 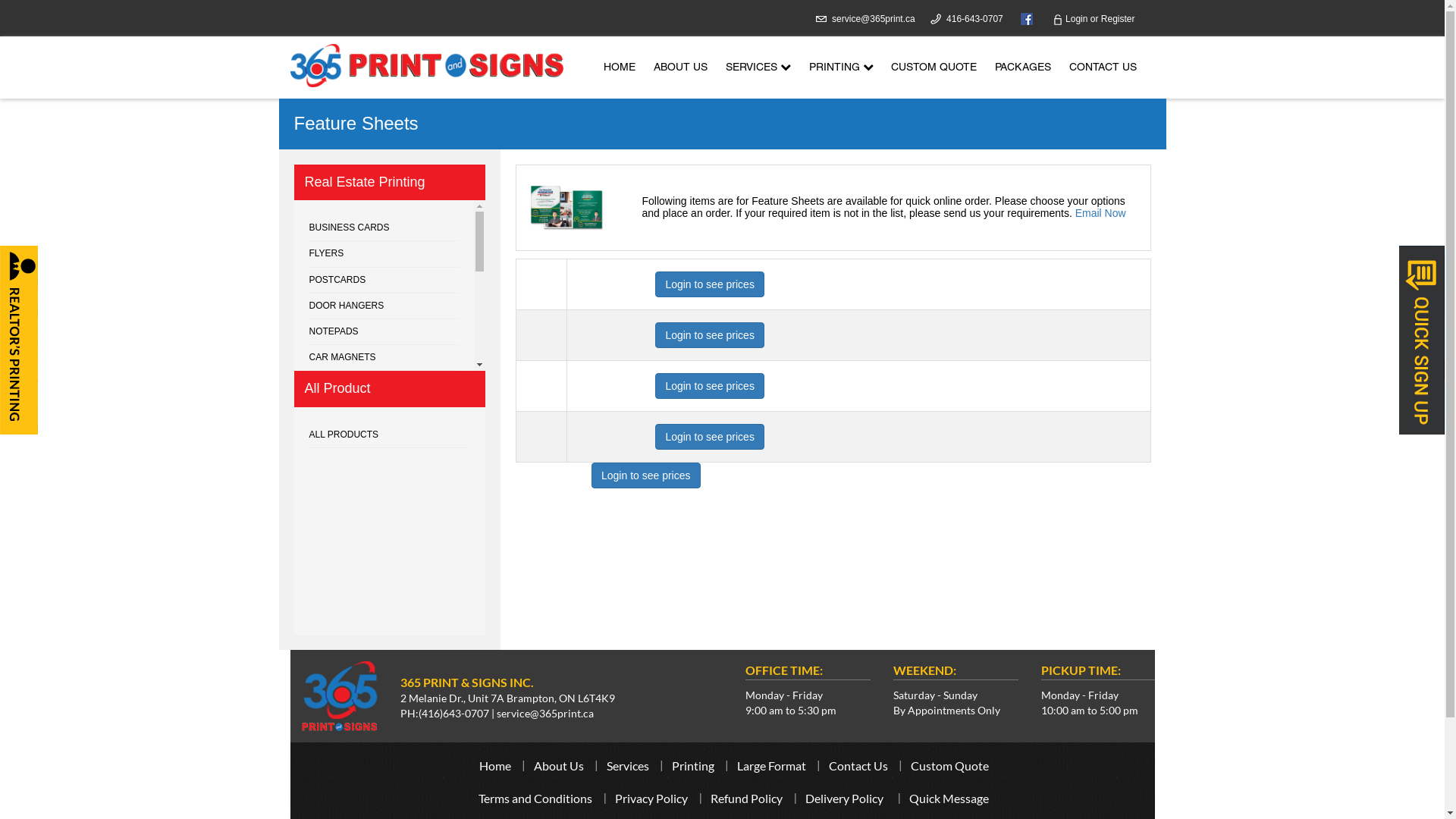 I want to click on 'NOTEPADS', so click(x=384, y=331).